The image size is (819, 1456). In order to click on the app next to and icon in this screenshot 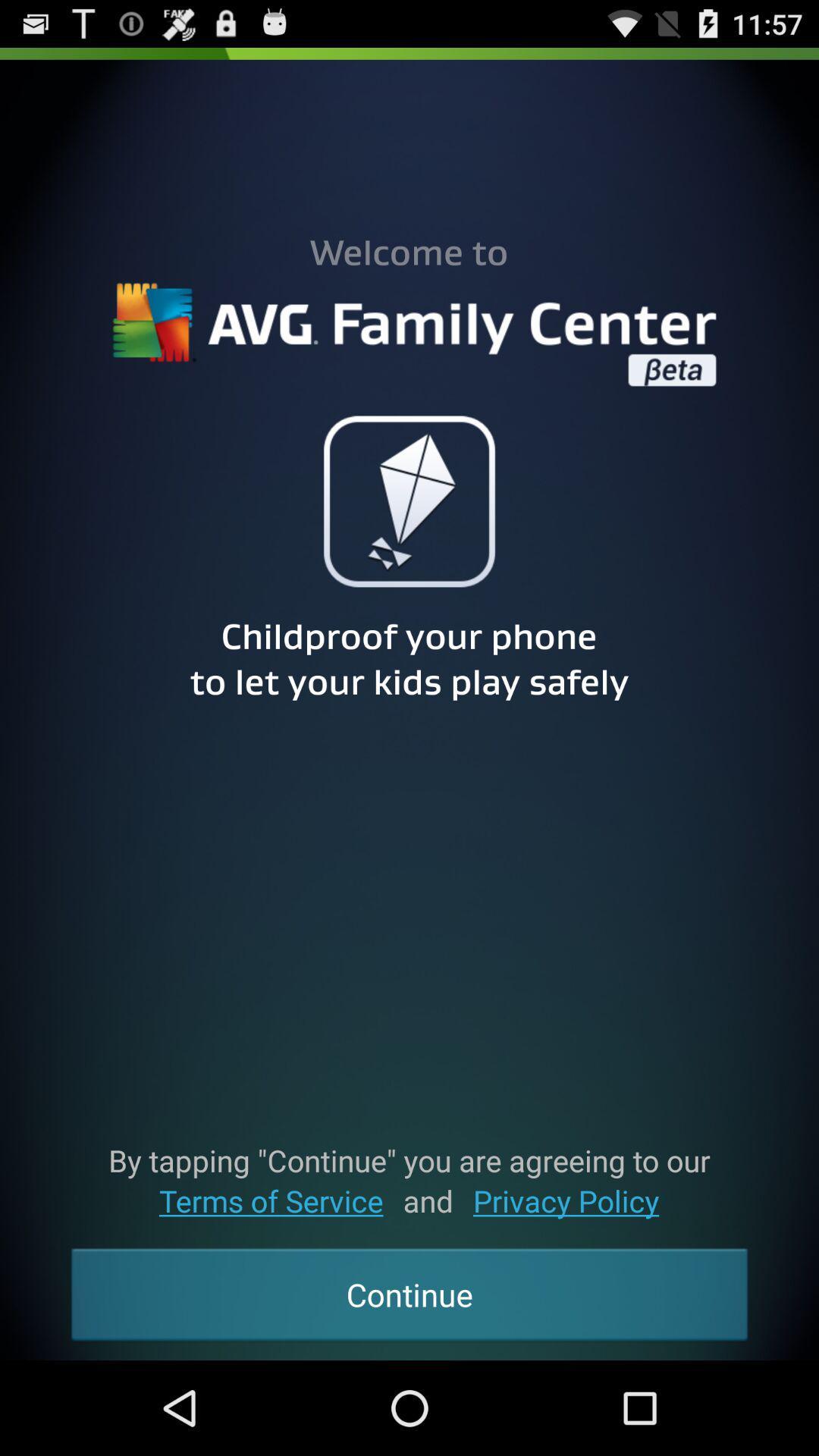, I will do `click(270, 1200)`.